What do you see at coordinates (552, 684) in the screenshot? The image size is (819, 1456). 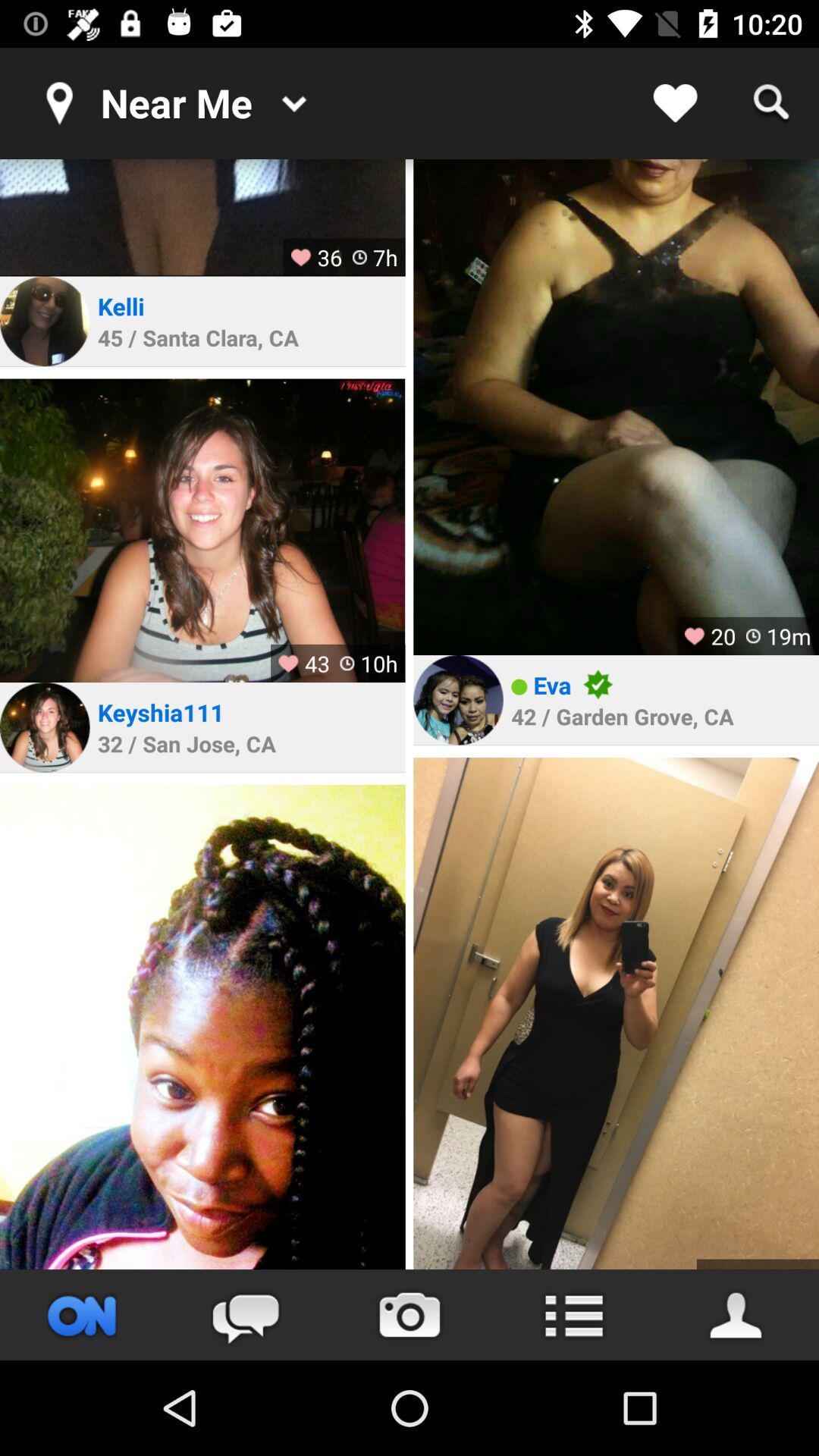 I see `the eva` at bounding box center [552, 684].